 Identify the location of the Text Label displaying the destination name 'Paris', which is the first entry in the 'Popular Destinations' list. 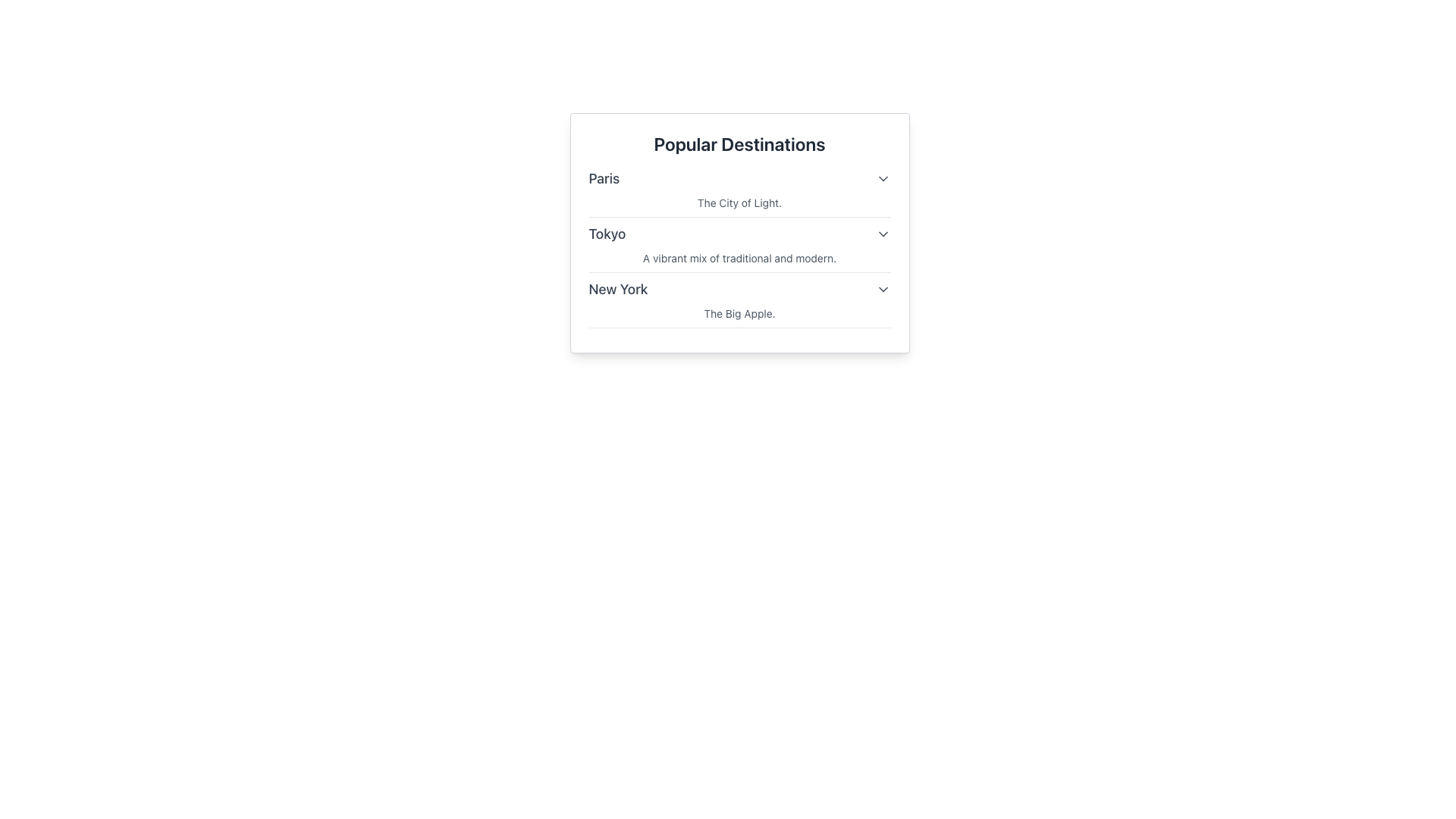
(603, 177).